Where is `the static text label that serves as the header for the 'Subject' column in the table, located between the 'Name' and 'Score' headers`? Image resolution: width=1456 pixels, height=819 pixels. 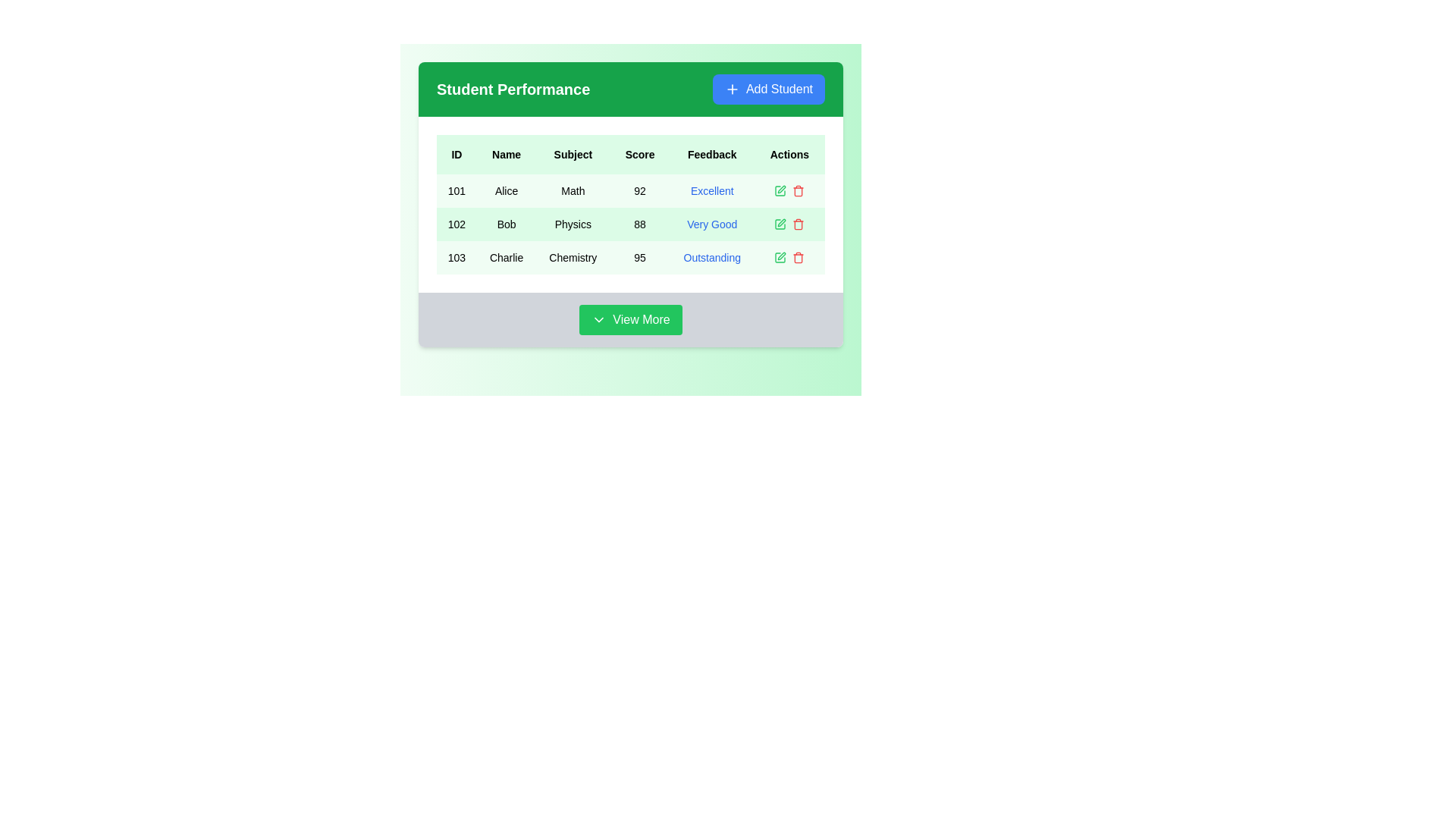
the static text label that serves as the header for the 'Subject' column in the table, located between the 'Name' and 'Score' headers is located at coordinates (572, 155).